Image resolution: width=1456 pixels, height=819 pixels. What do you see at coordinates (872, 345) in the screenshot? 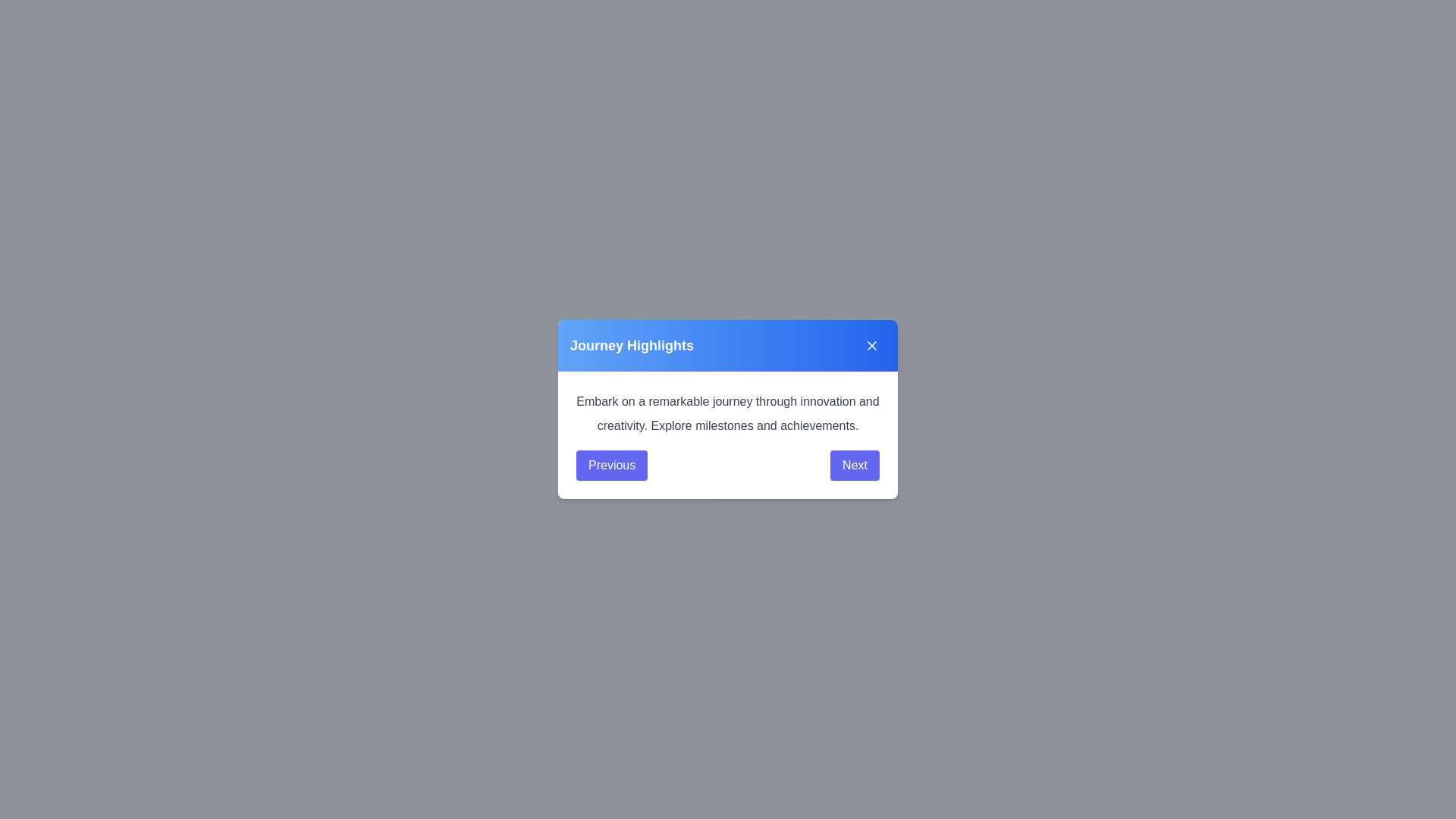
I see `the close button with an icon located in the top-right corner of the modal header, adjacent to the title text 'Journey Highlights'` at bounding box center [872, 345].